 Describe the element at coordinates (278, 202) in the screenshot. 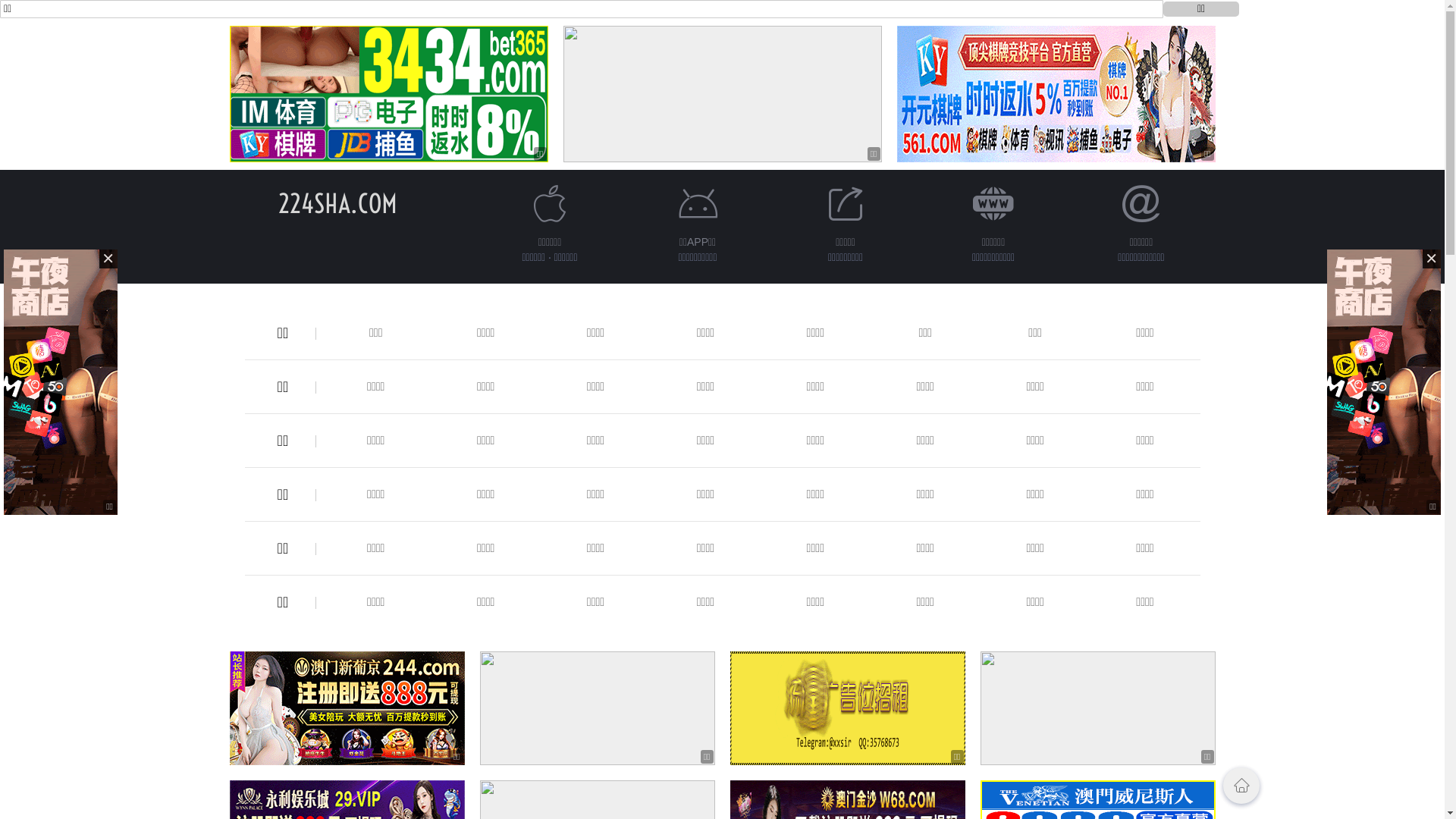

I see `'224SHA.COM'` at that location.